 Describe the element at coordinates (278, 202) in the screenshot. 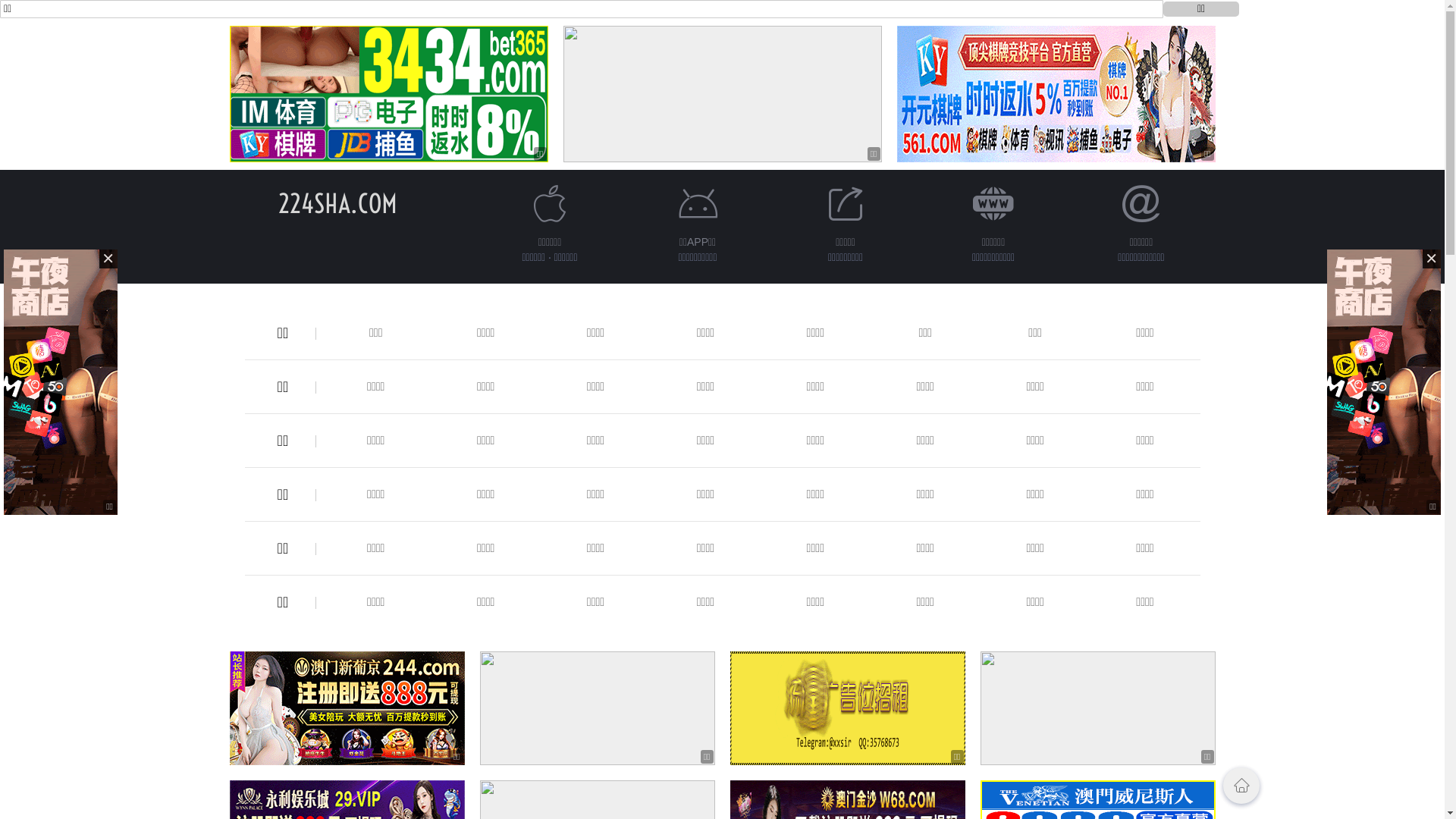

I see `'224SHA.COM'` at that location.